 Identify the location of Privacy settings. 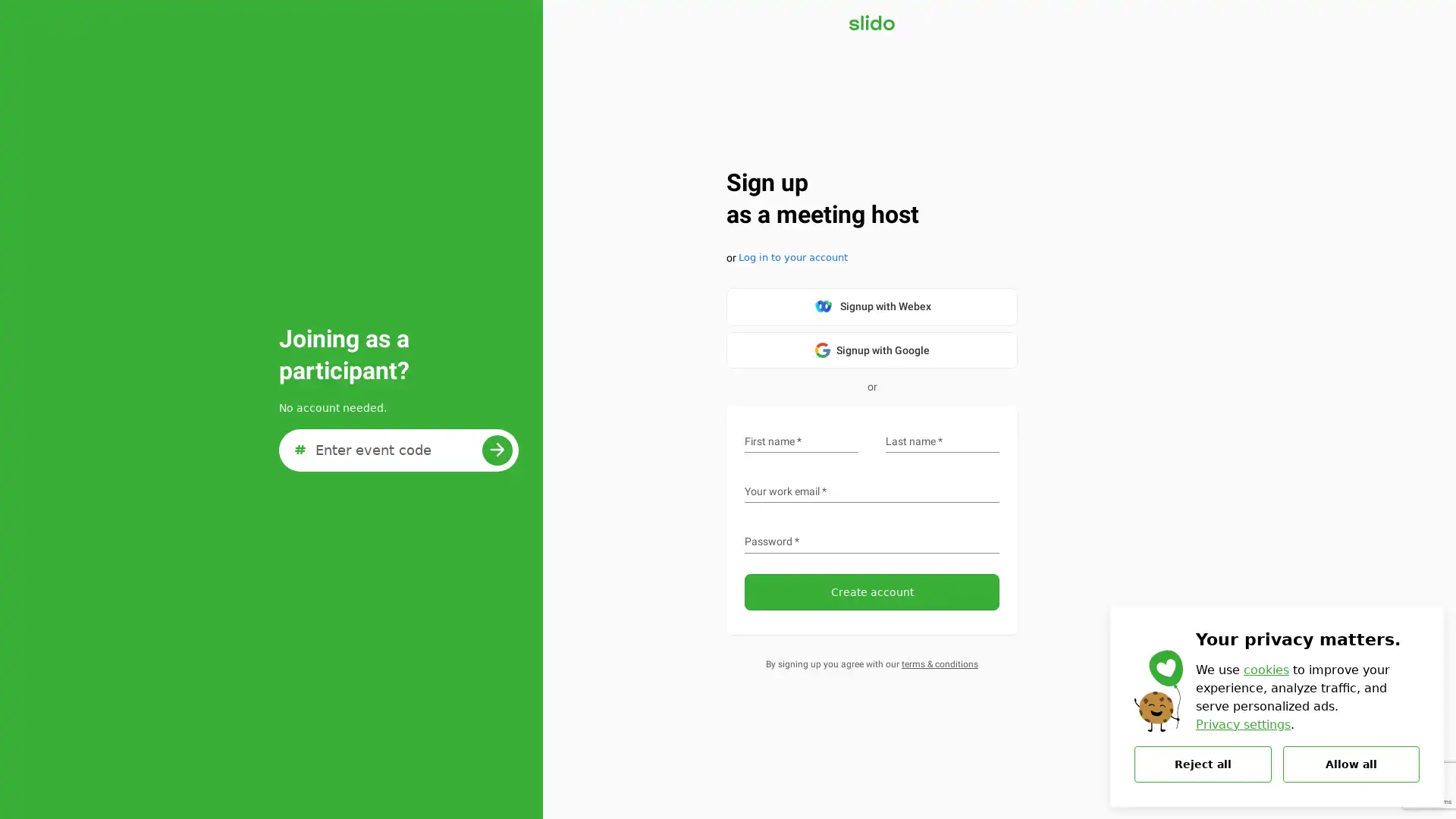
(1243, 723).